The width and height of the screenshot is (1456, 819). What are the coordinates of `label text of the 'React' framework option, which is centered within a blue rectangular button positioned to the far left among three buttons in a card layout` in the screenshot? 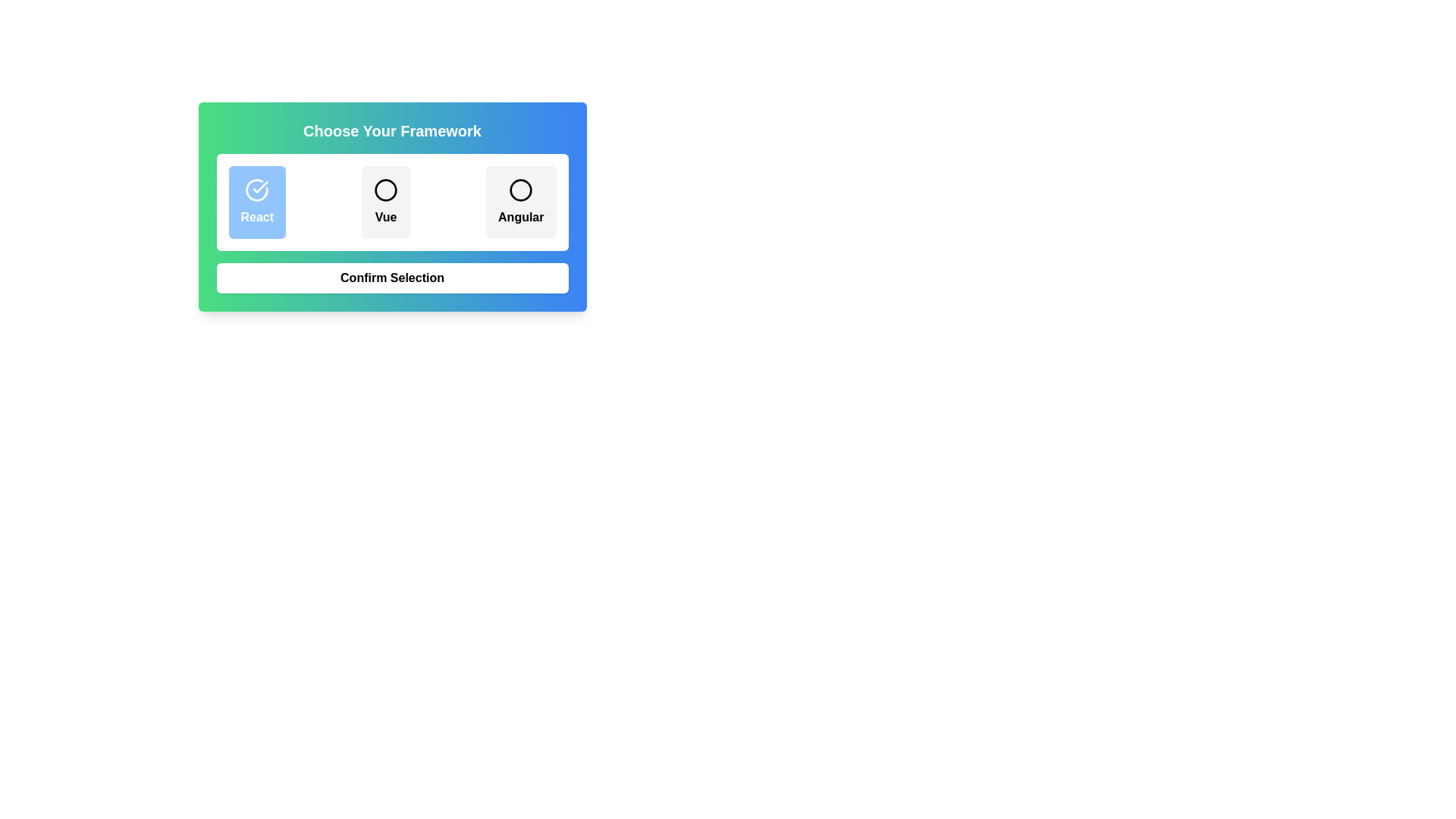 It's located at (257, 217).